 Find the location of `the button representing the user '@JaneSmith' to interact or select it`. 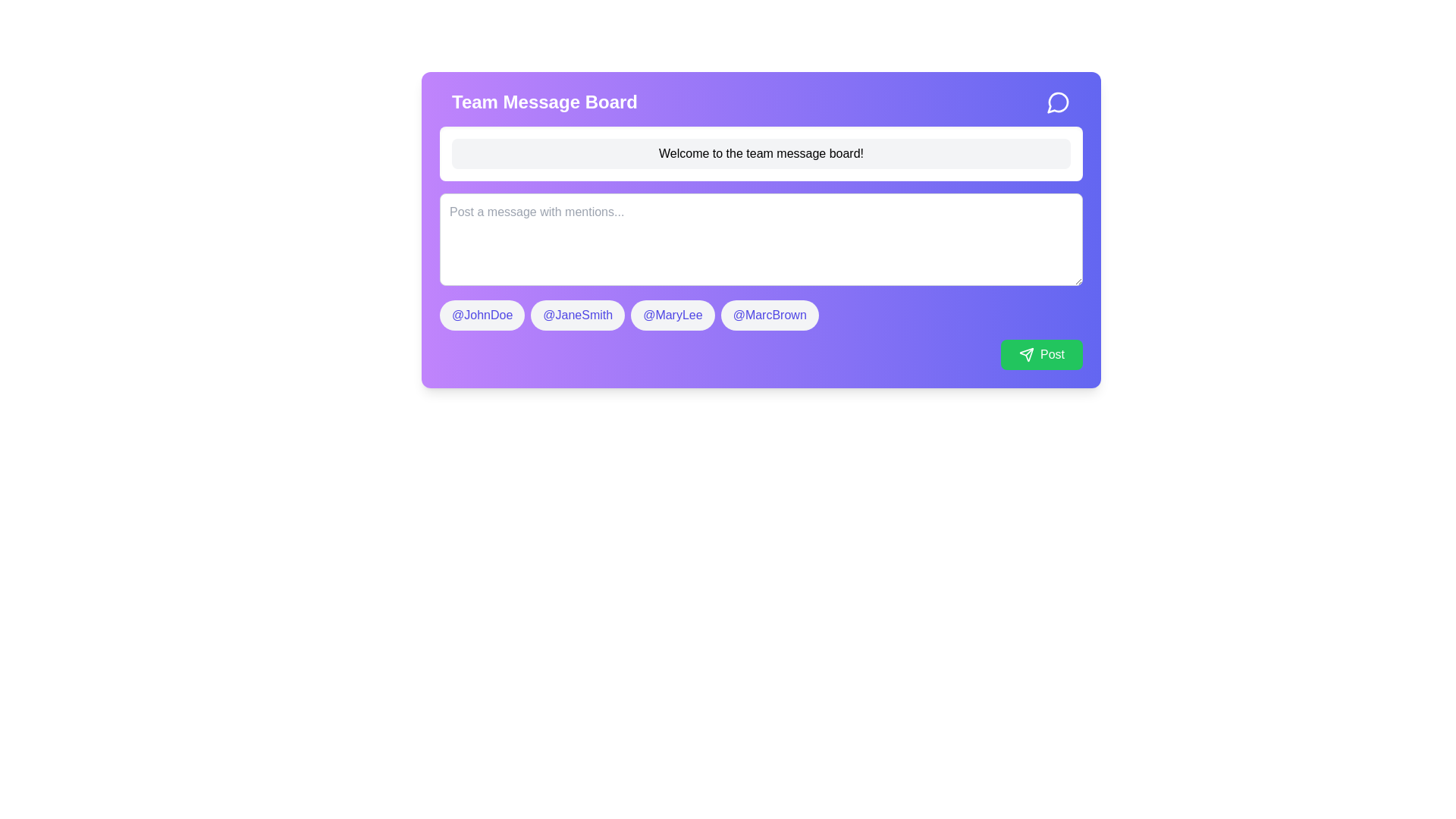

the button representing the user '@JaneSmith' to interact or select it is located at coordinates (577, 315).